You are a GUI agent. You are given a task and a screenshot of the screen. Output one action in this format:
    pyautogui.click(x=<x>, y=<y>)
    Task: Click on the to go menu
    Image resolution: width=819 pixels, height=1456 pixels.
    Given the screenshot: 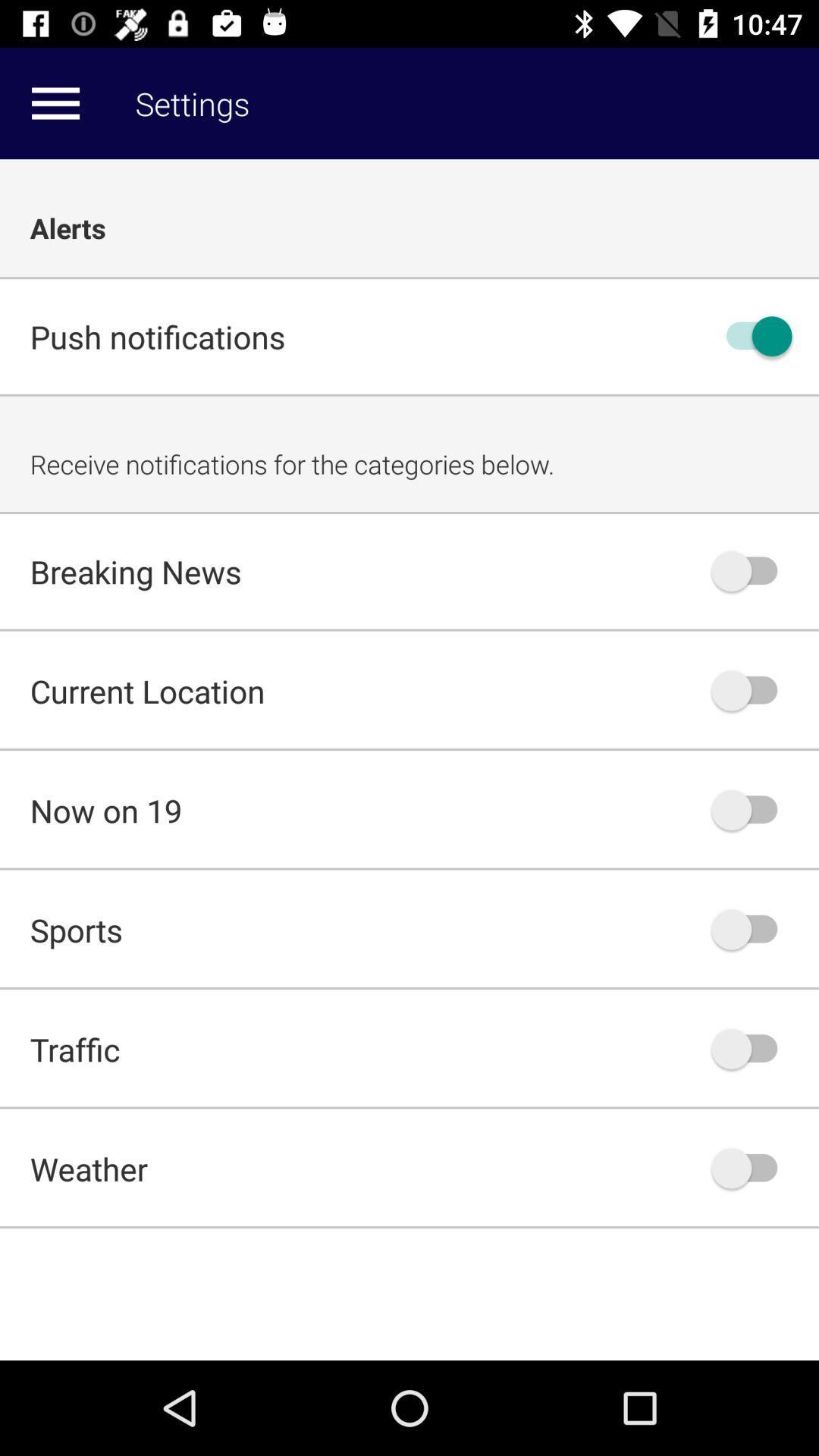 What is the action you would take?
    pyautogui.click(x=55, y=102)
    